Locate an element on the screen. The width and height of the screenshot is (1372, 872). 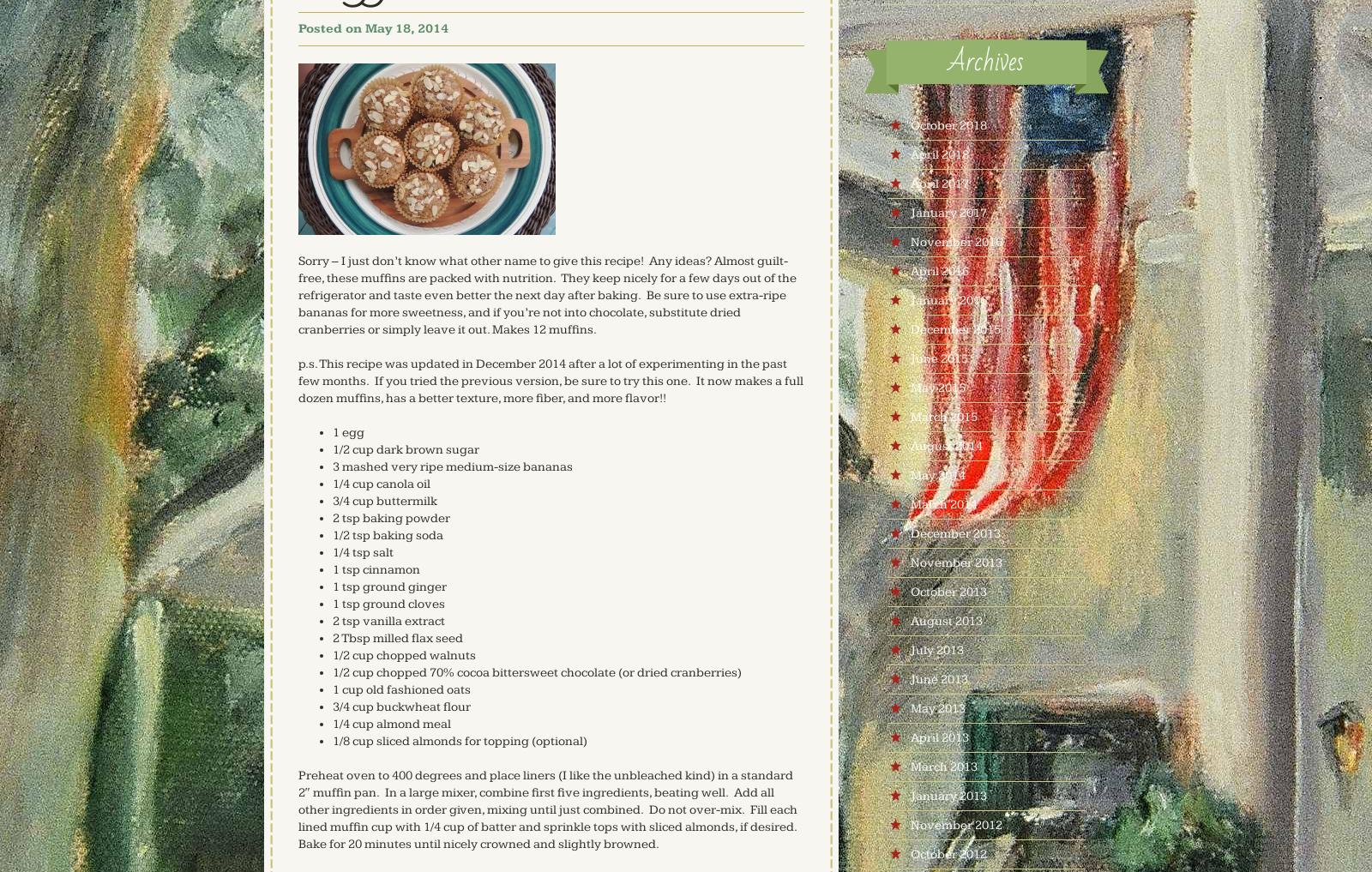
'December 2015' is located at coordinates (909, 328).